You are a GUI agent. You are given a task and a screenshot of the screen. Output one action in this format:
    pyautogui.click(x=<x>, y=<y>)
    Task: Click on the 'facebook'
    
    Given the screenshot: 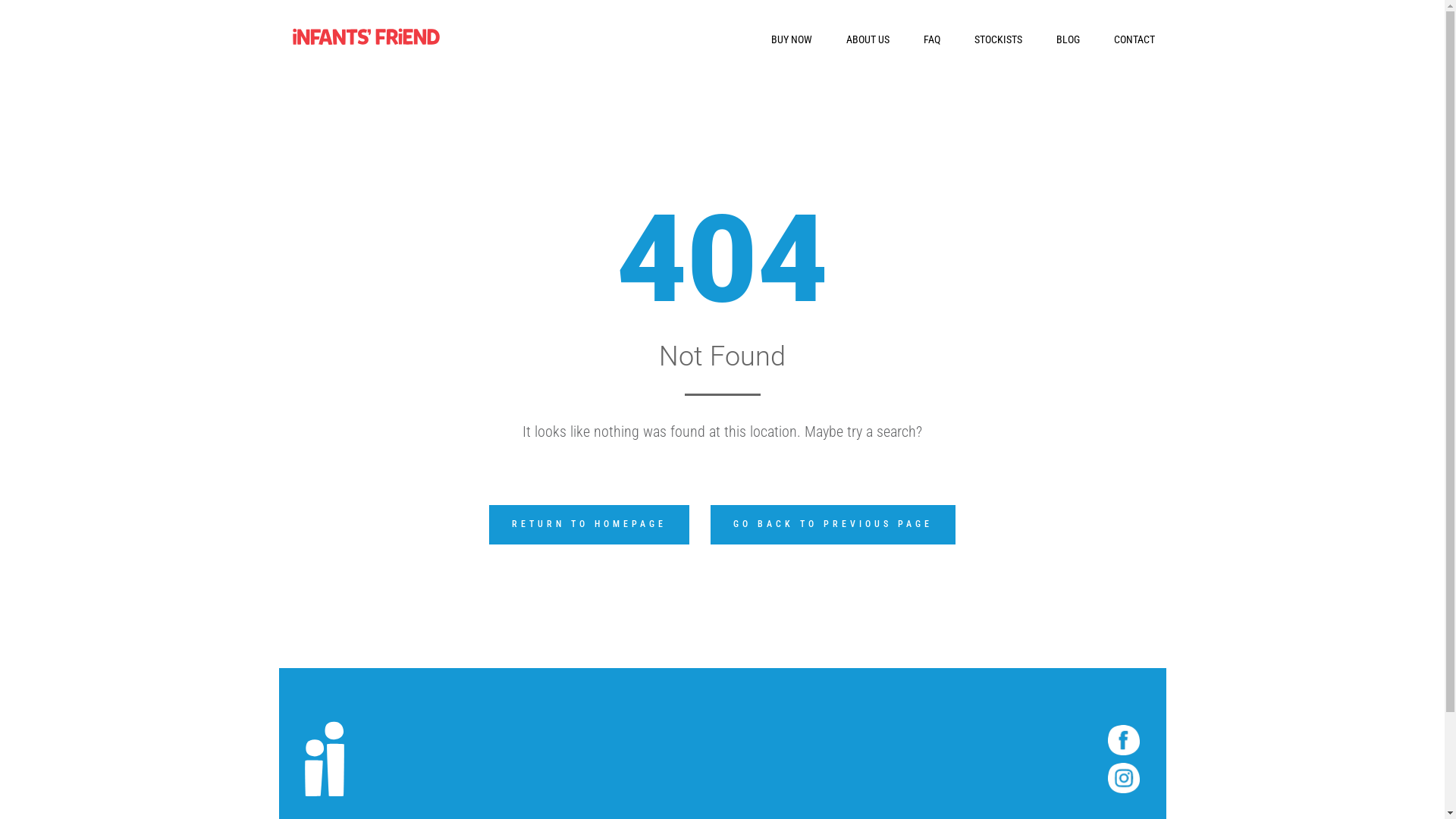 What is the action you would take?
    pyautogui.click(x=1123, y=739)
    